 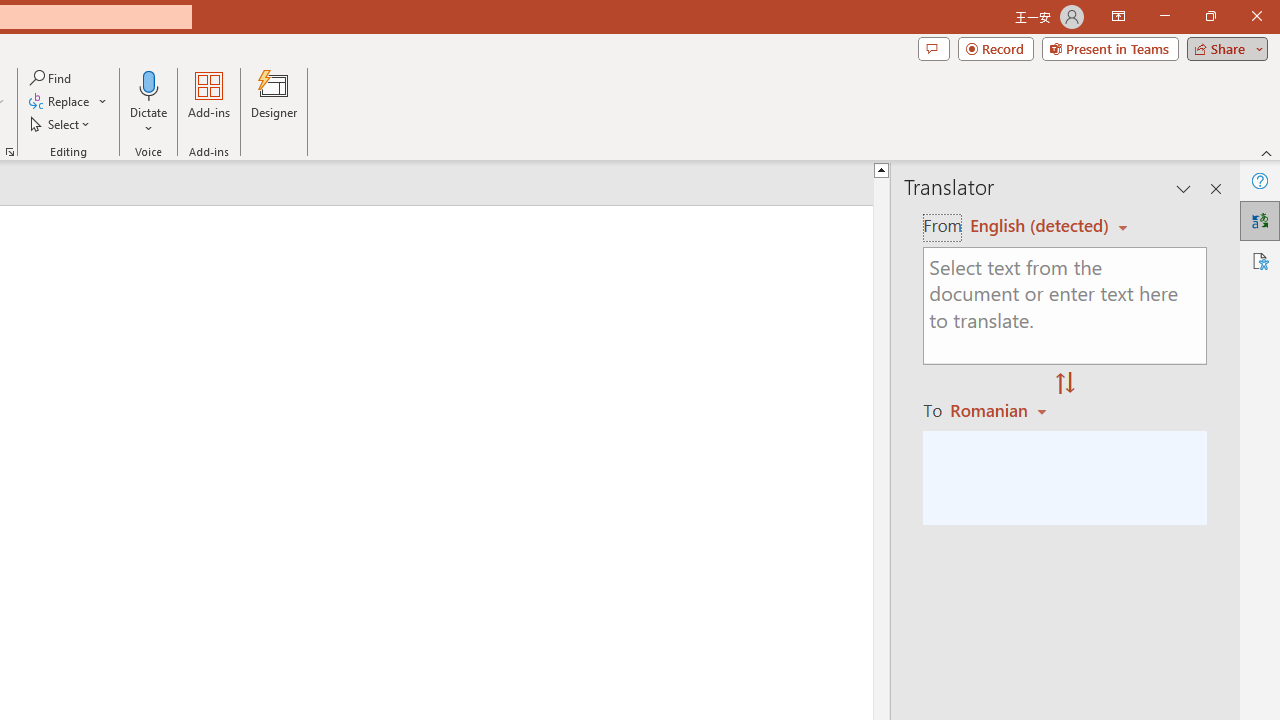 What do you see at coordinates (1109, 47) in the screenshot?
I see `'Present in Teams'` at bounding box center [1109, 47].